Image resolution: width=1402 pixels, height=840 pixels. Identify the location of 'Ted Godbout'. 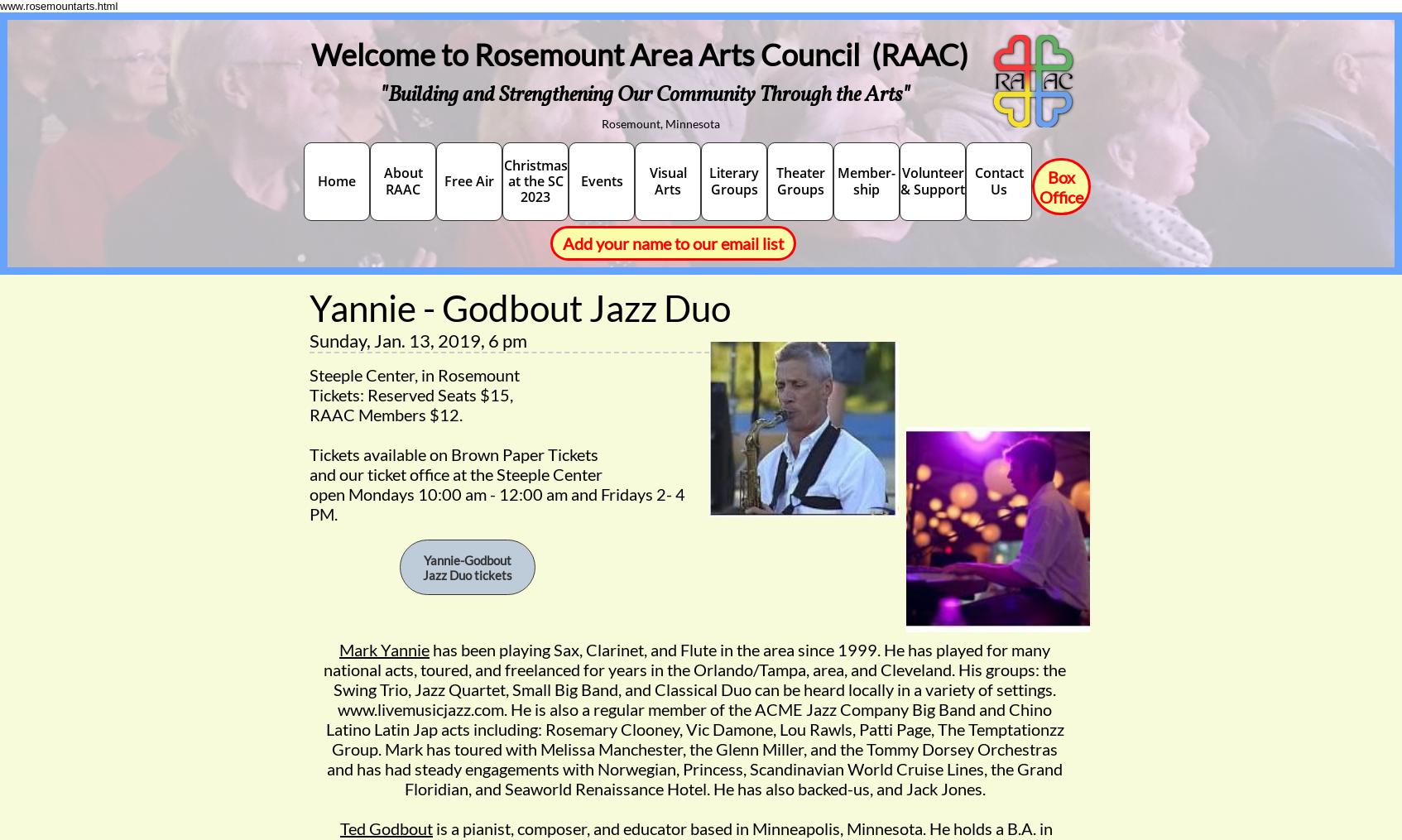
(387, 827).